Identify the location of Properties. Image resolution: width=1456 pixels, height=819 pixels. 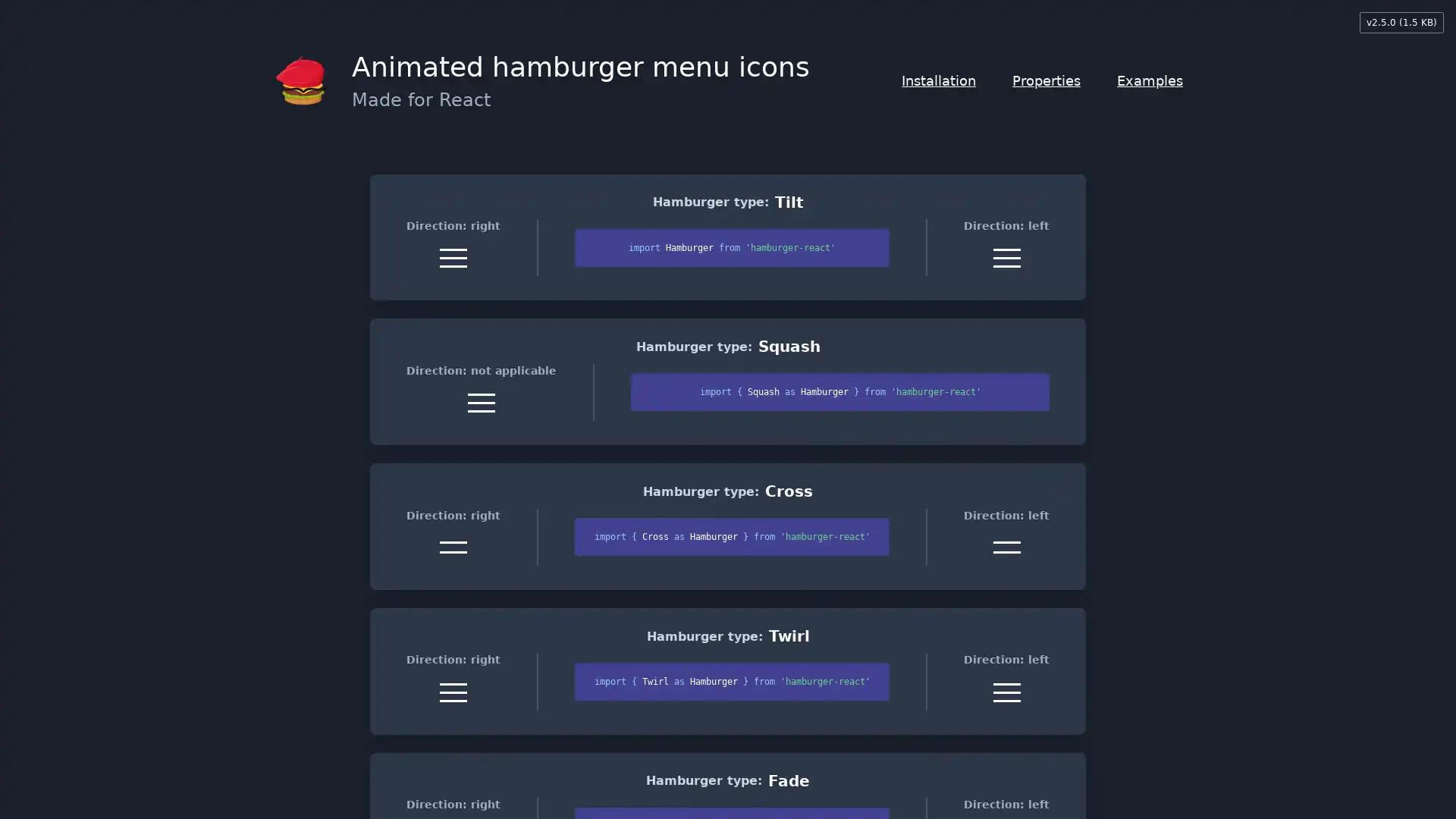
(1046, 80).